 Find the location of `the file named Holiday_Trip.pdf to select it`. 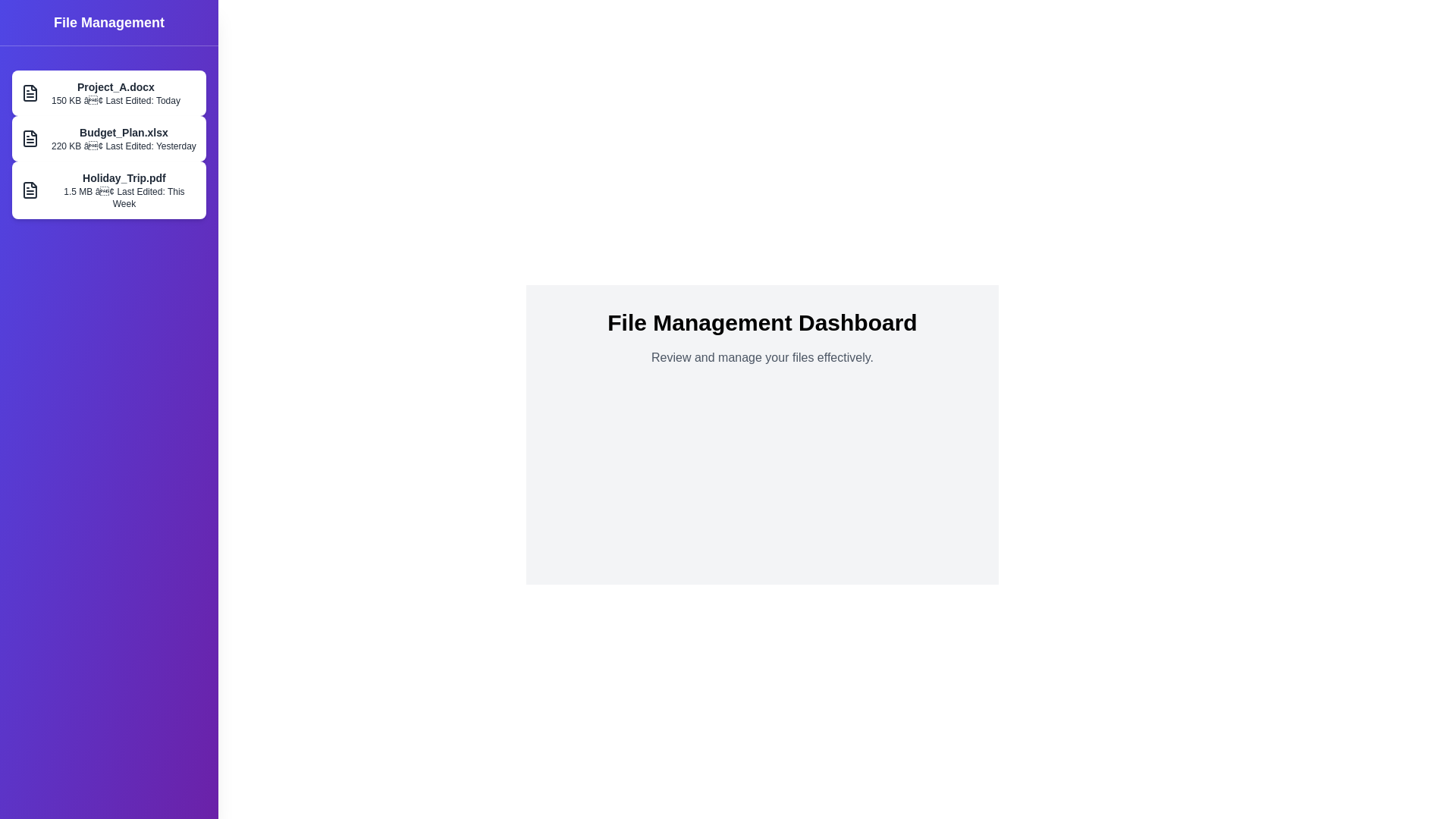

the file named Holiday_Trip.pdf to select it is located at coordinates (108, 189).